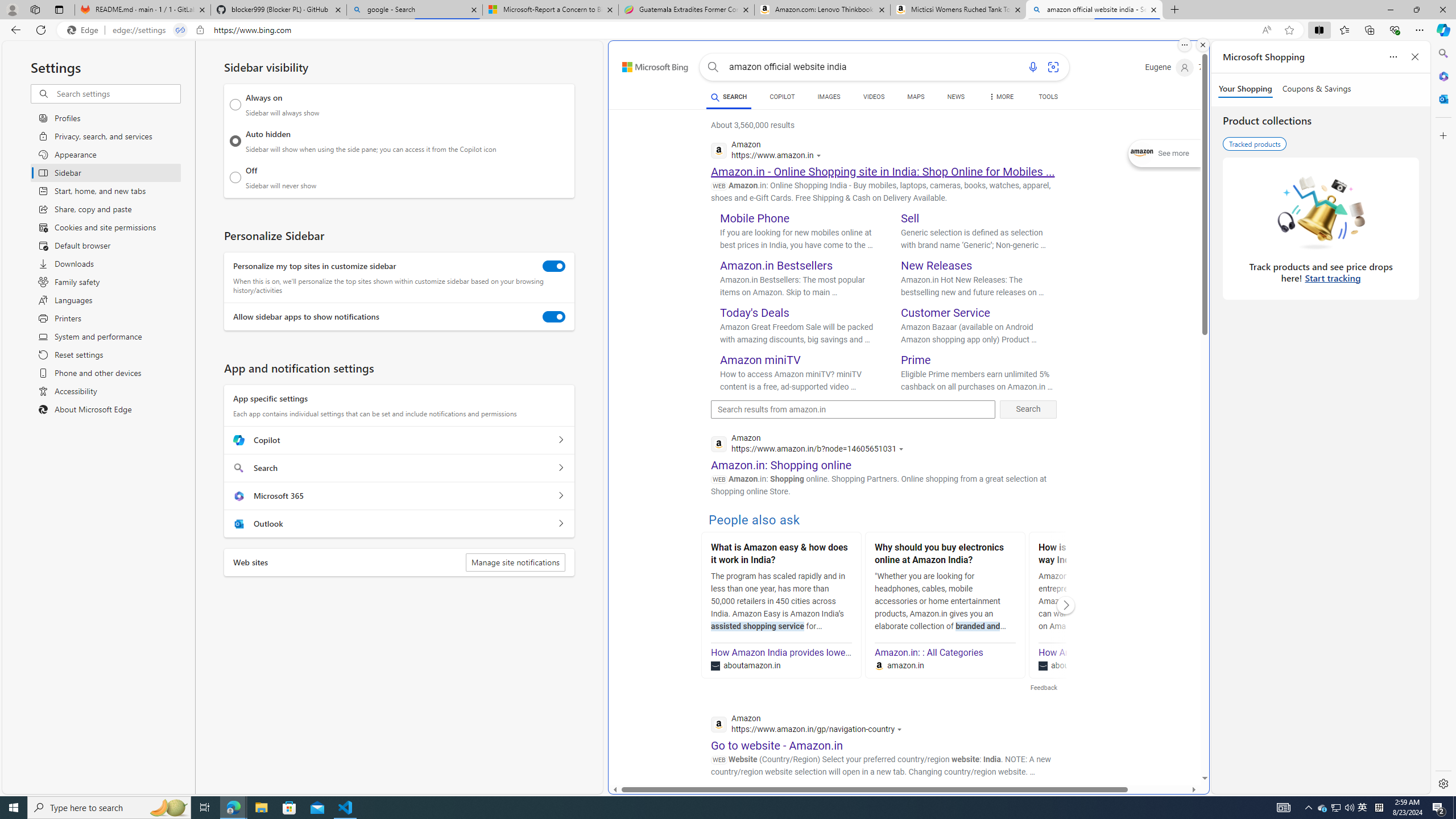  I want to click on 'SEARCH', so click(728, 96).